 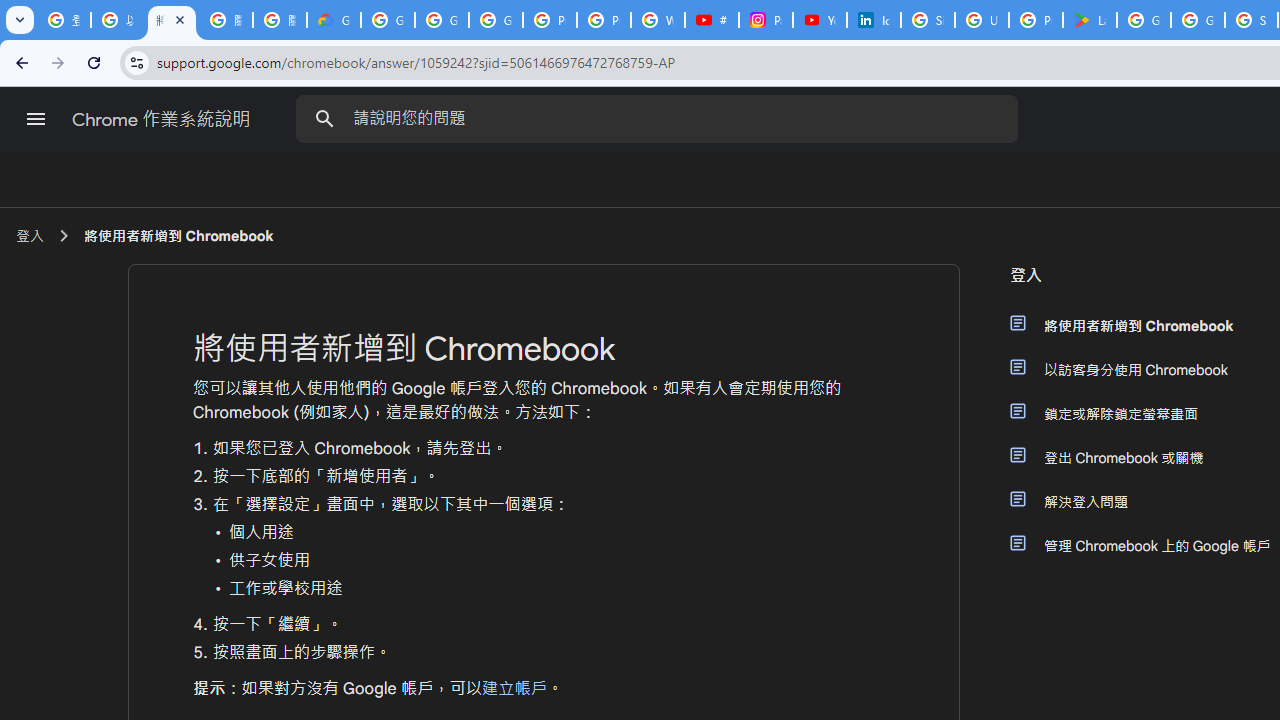 What do you see at coordinates (20, 20) in the screenshot?
I see `'Search tabs'` at bounding box center [20, 20].